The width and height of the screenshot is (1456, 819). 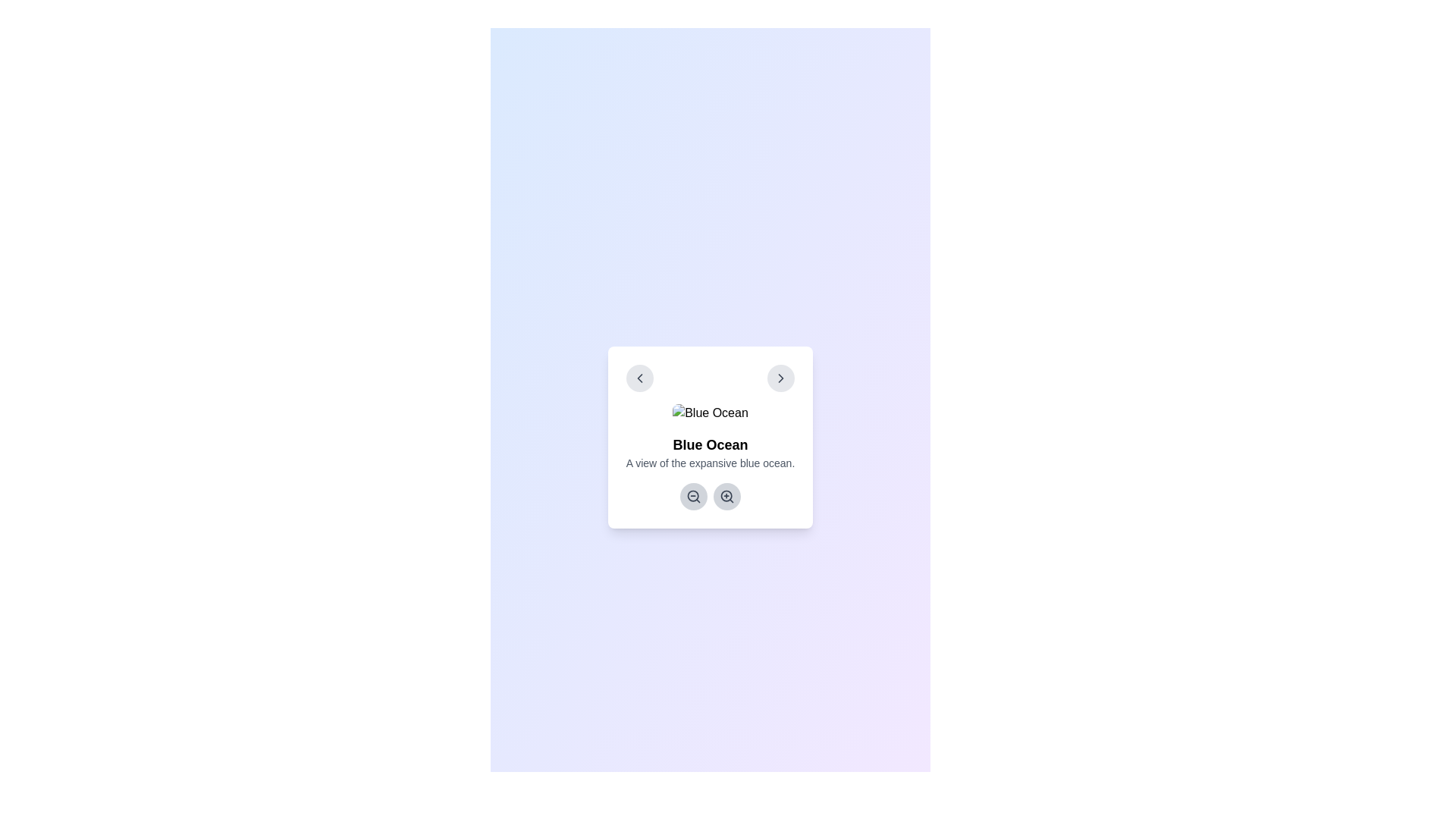 What do you see at coordinates (693, 497) in the screenshot?
I see `the zoom-out icon button located in the bottom-right section of the card area` at bounding box center [693, 497].